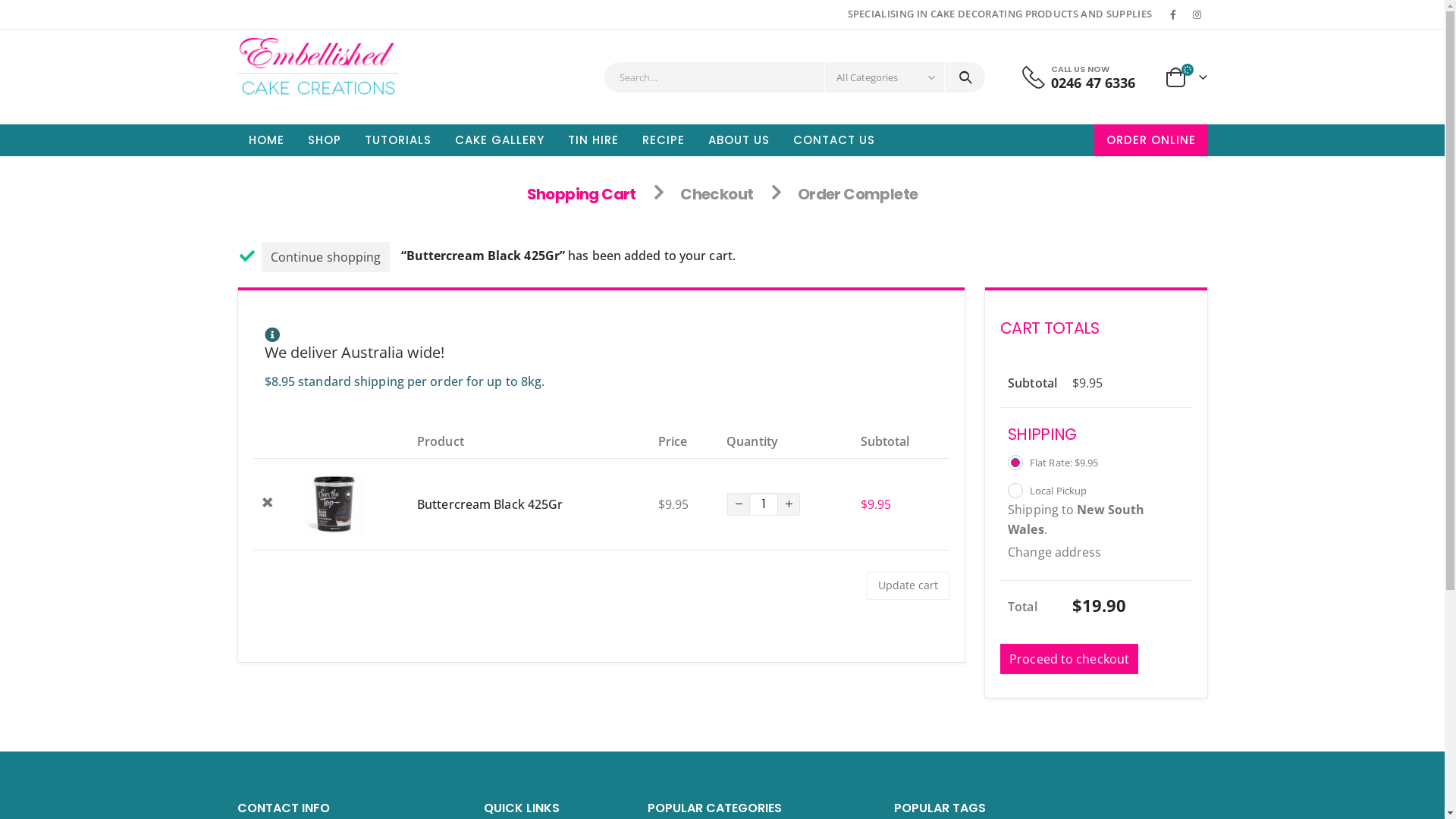 The image size is (1456, 819). Describe the element at coordinates (858, 193) in the screenshot. I see `'Order Complete'` at that location.